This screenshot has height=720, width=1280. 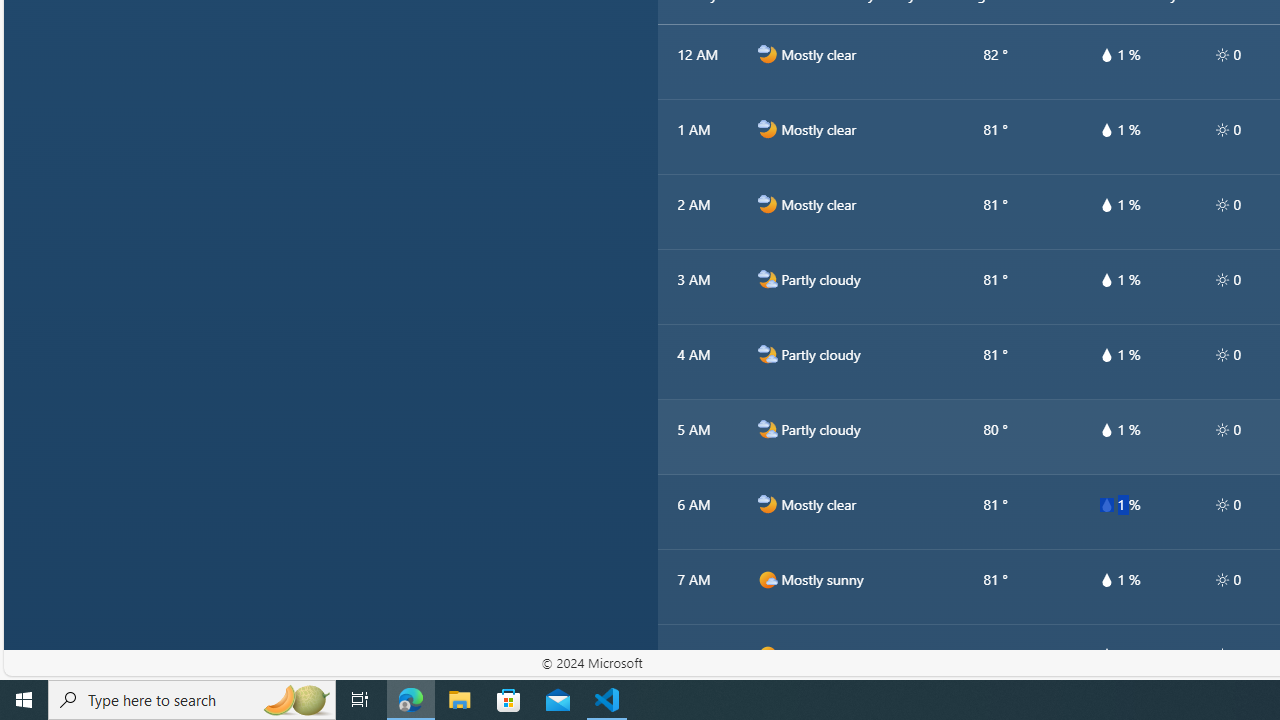 I want to click on 'n1000', so click(x=766, y=504).